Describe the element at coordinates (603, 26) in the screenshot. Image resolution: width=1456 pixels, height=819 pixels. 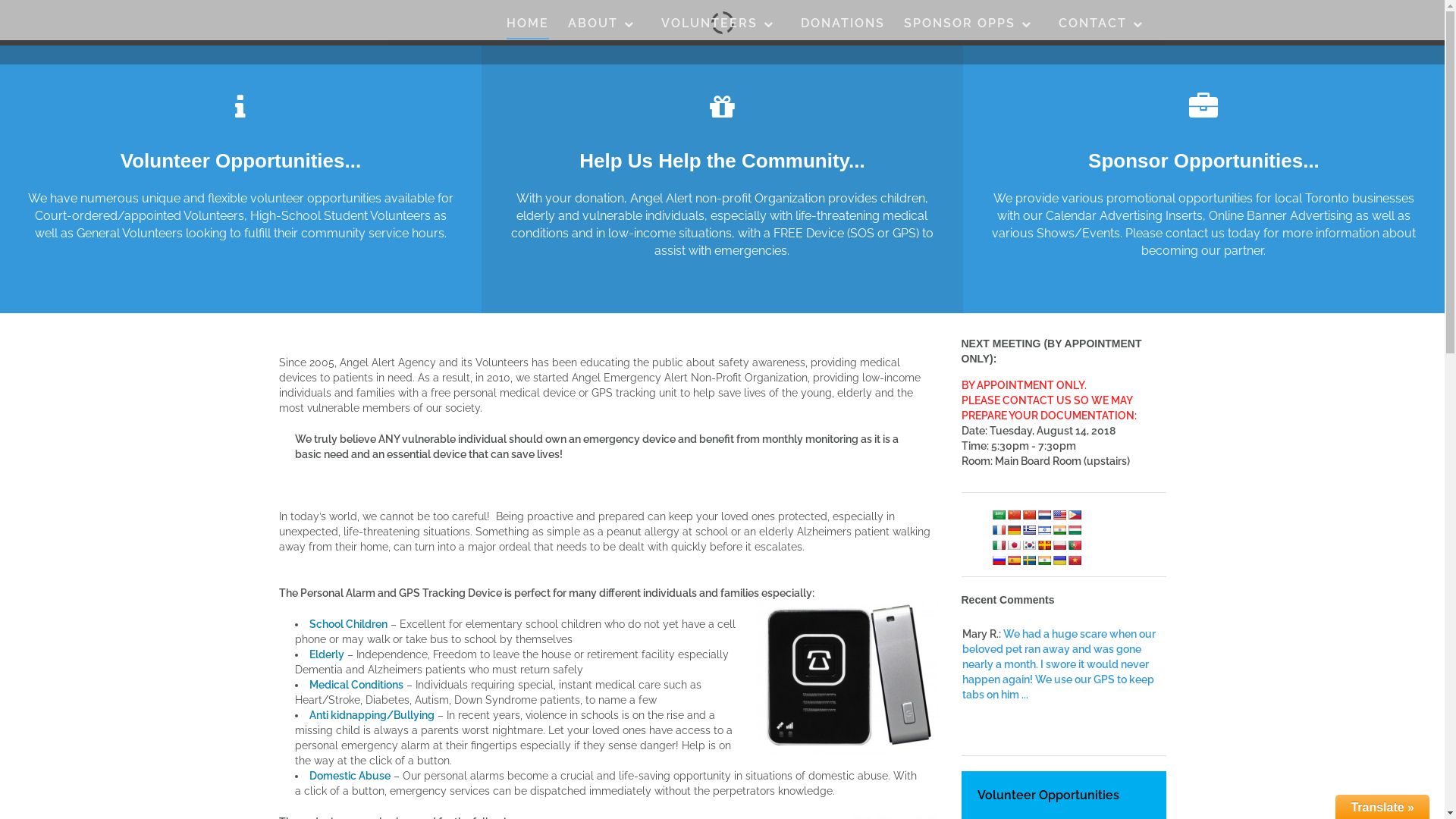
I see `'ABOUT'` at that location.